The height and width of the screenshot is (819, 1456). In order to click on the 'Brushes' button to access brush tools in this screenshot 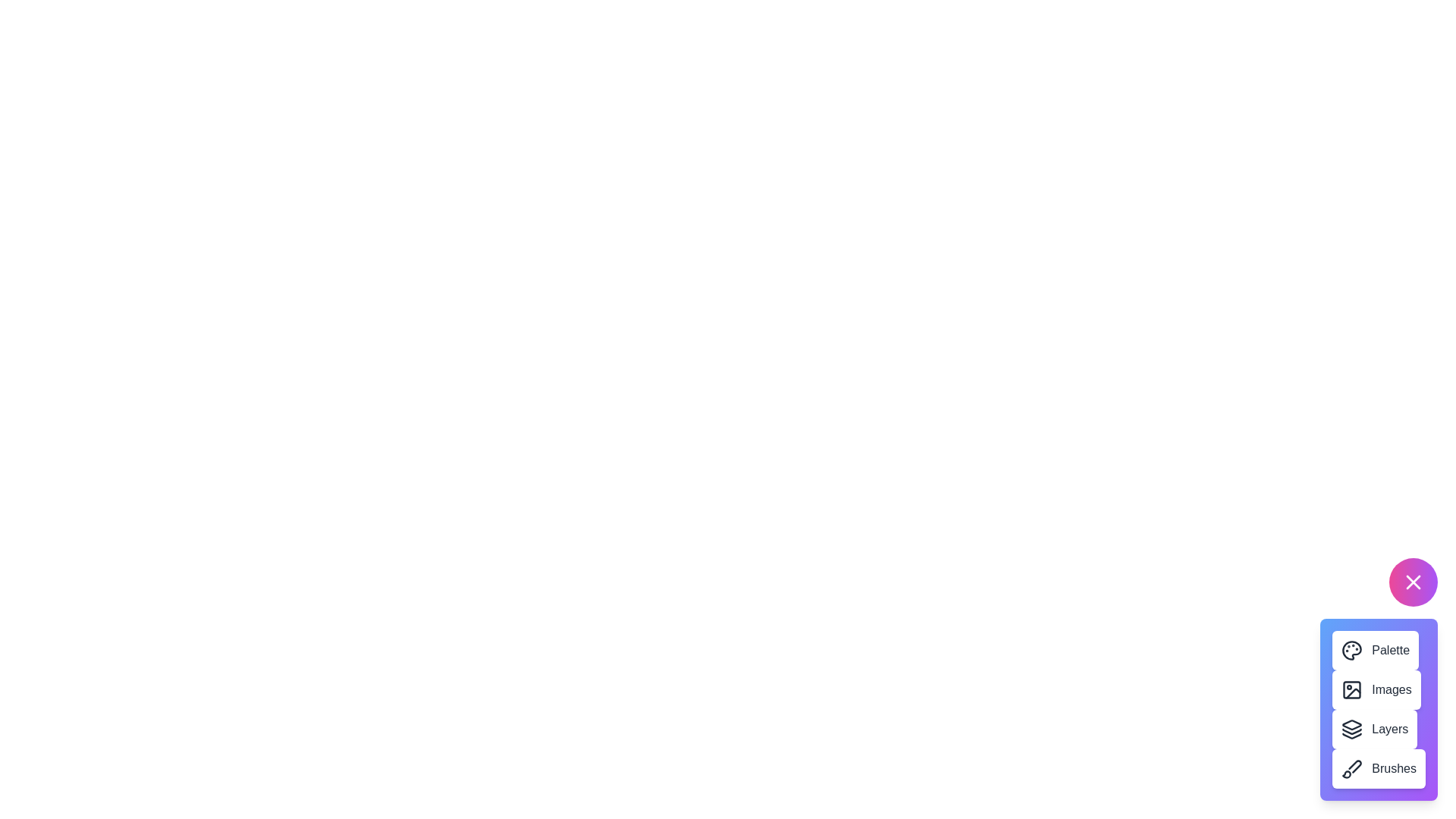, I will do `click(1379, 769)`.